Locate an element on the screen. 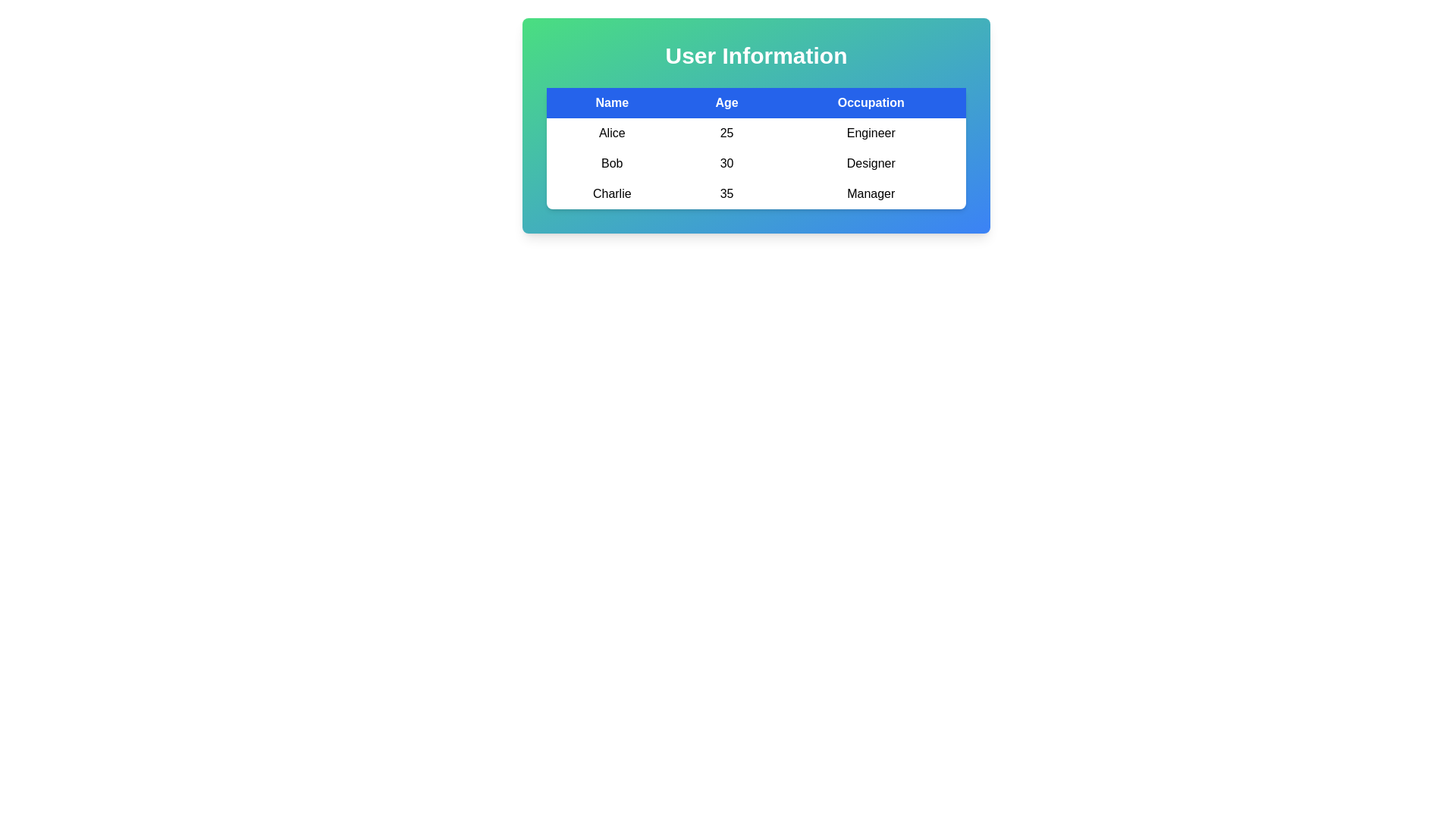 This screenshot has height=819, width=1456. text from the Text Label that represents the occupation of the user 'Charlie' in the data table under the 'User Information' header is located at coordinates (871, 193).